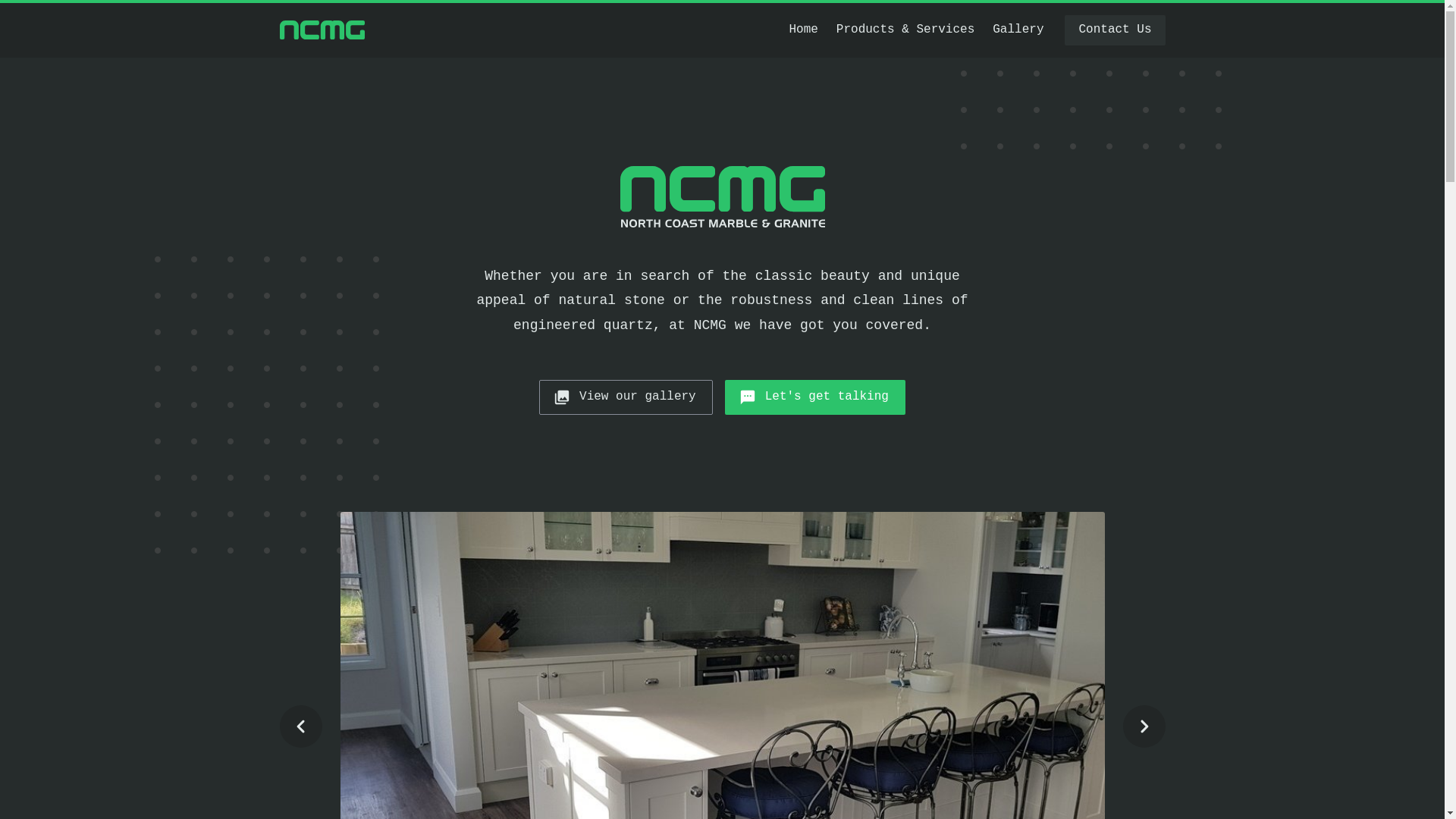 The image size is (1456, 819). Describe the element at coordinates (626, 397) in the screenshot. I see `'View our gallery'` at that location.